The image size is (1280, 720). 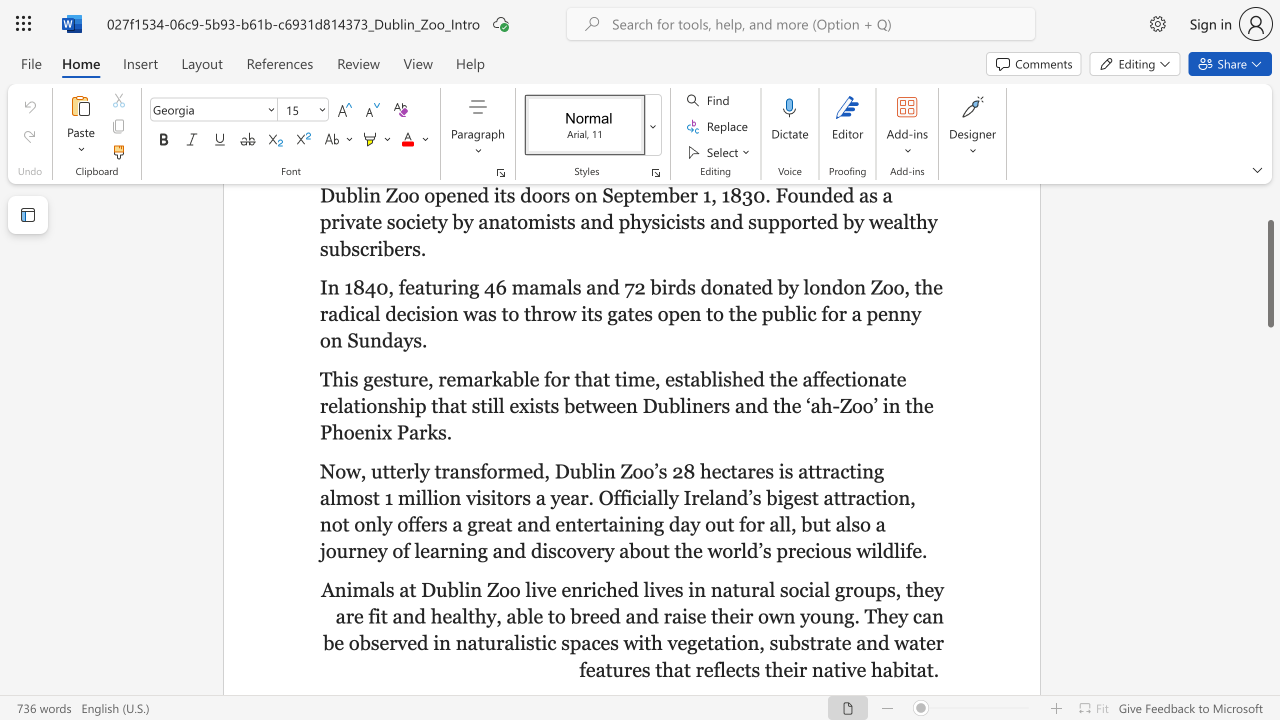 I want to click on the subset text "ttracting almost 1 million visitors a year. Officially Ireland’s bigest att" within the text "Now, utterly transformed, Dublin Zoo’s 28 hectares is attracting almost 1 million visitors a year. Officially Ireland’s bigest attraction, not only", so click(x=808, y=471).